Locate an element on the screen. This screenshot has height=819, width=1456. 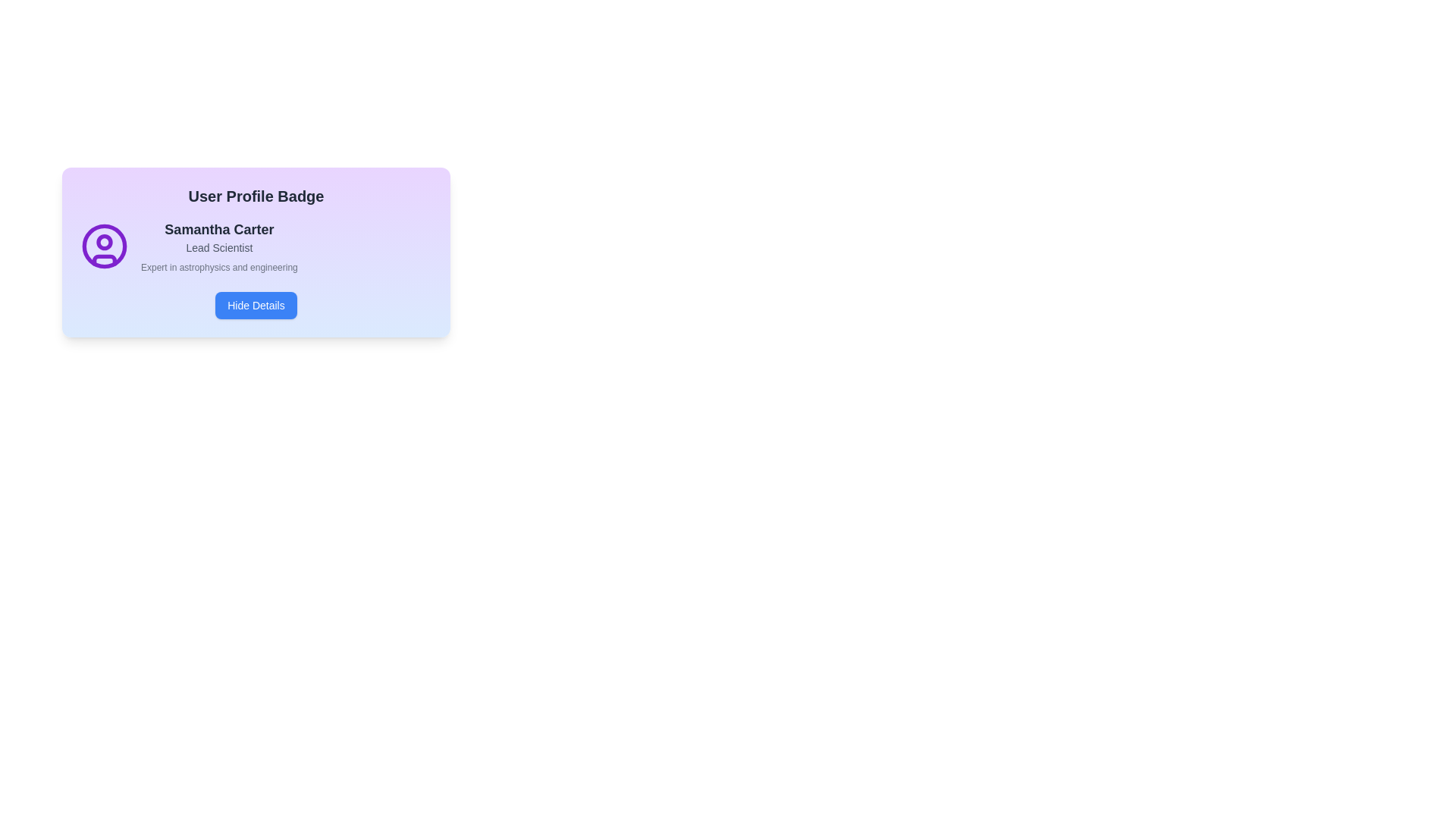
the text label displaying 'Samantha Carter', which serves as the name identifier for the user profile and is positioned at the top-center of the profile information section is located at coordinates (218, 230).